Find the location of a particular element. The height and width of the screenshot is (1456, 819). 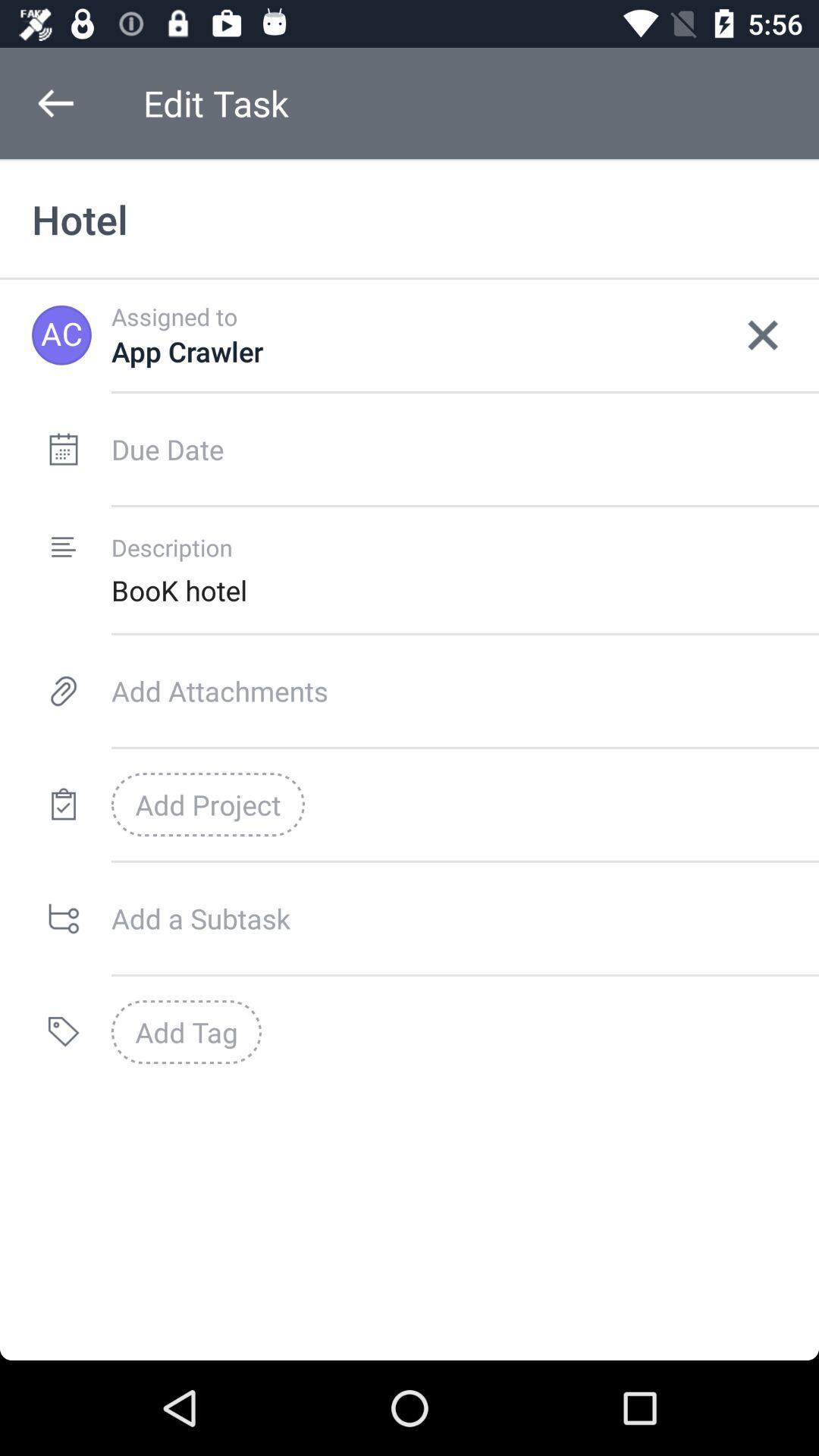

the icon to the left of the edit task icon is located at coordinates (55, 102).